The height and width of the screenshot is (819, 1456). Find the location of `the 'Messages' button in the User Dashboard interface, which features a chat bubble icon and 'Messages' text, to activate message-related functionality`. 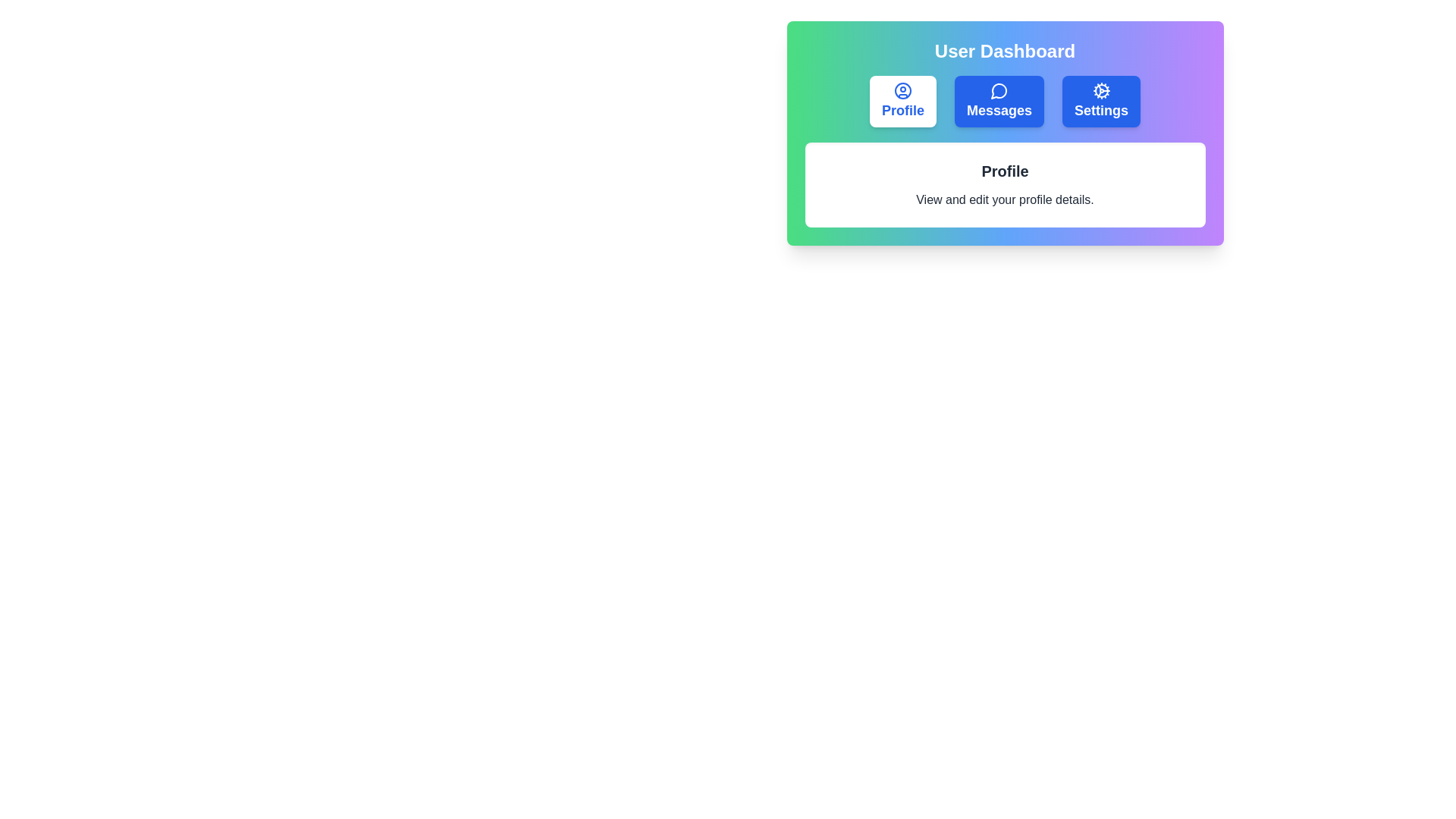

the 'Messages' button in the User Dashboard interface, which features a chat bubble icon and 'Messages' text, to activate message-related functionality is located at coordinates (999, 102).